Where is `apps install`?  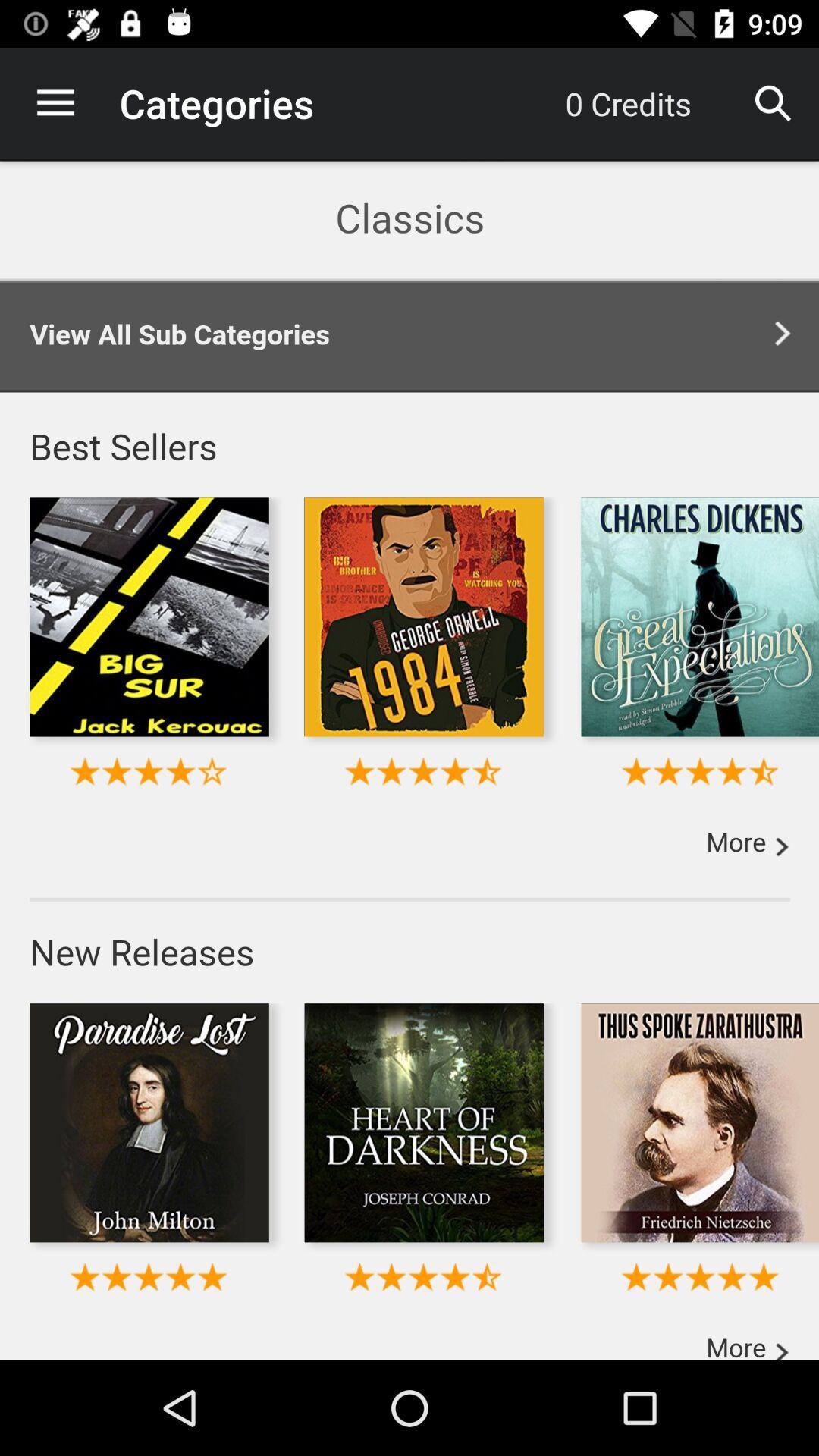
apps install is located at coordinates (409, 760).